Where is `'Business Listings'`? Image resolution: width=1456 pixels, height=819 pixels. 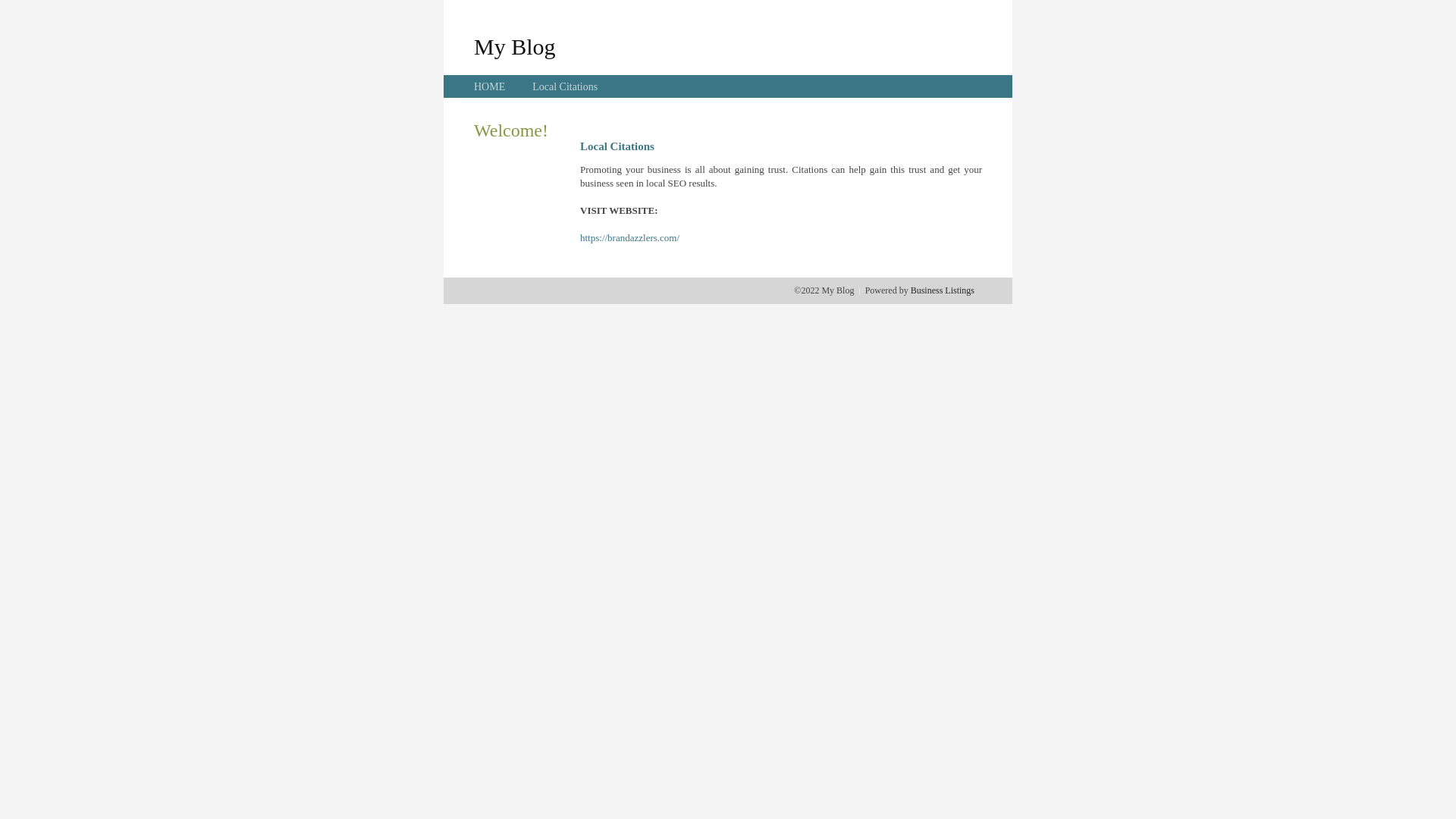 'Business Listings' is located at coordinates (942, 290).